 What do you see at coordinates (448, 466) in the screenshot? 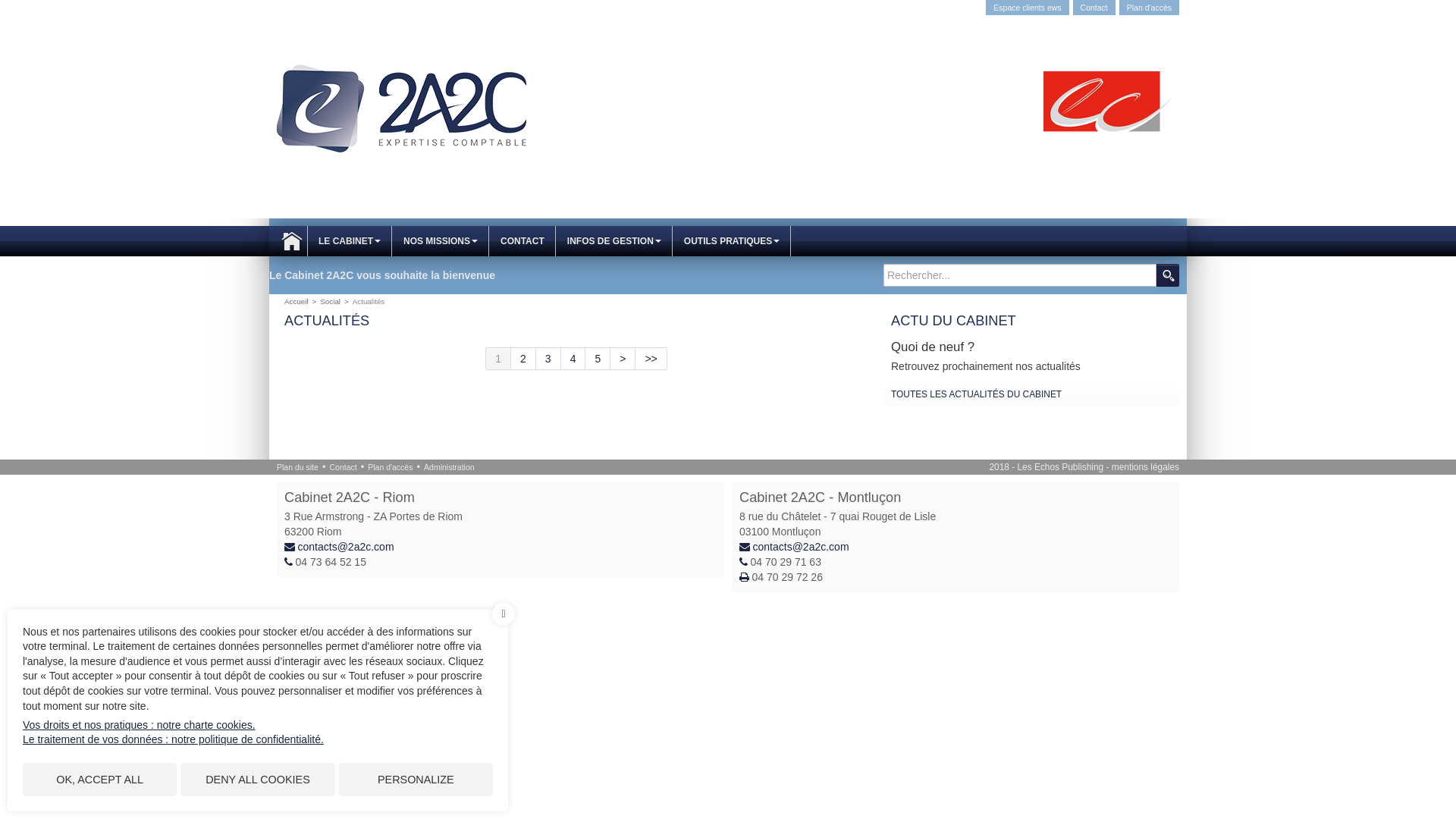
I see `'Administration'` at bounding box center [448, 466].